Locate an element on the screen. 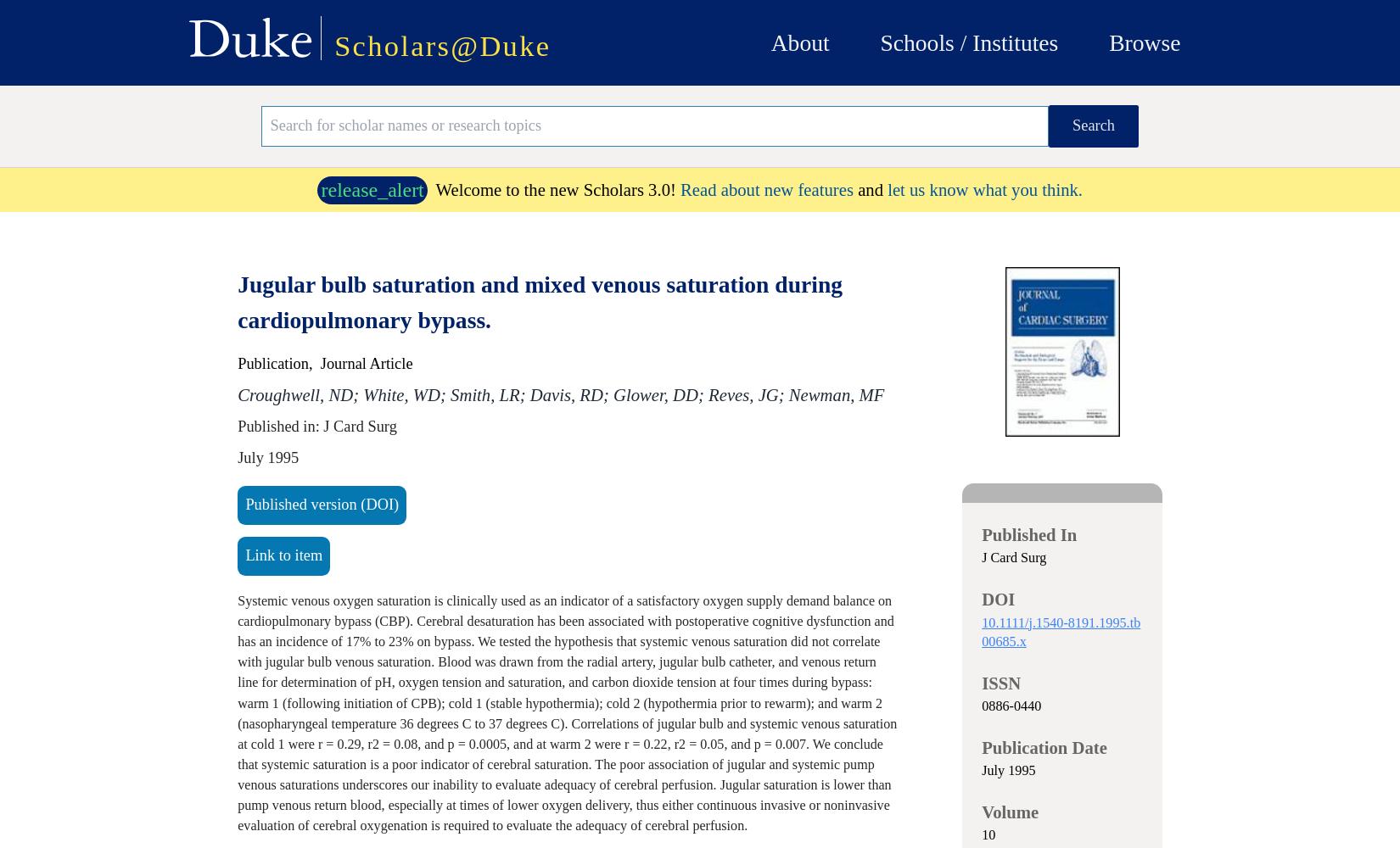 The width and height of the screenshot is (1400, 848). 'Browse' is located at coordinates (1144, 42).